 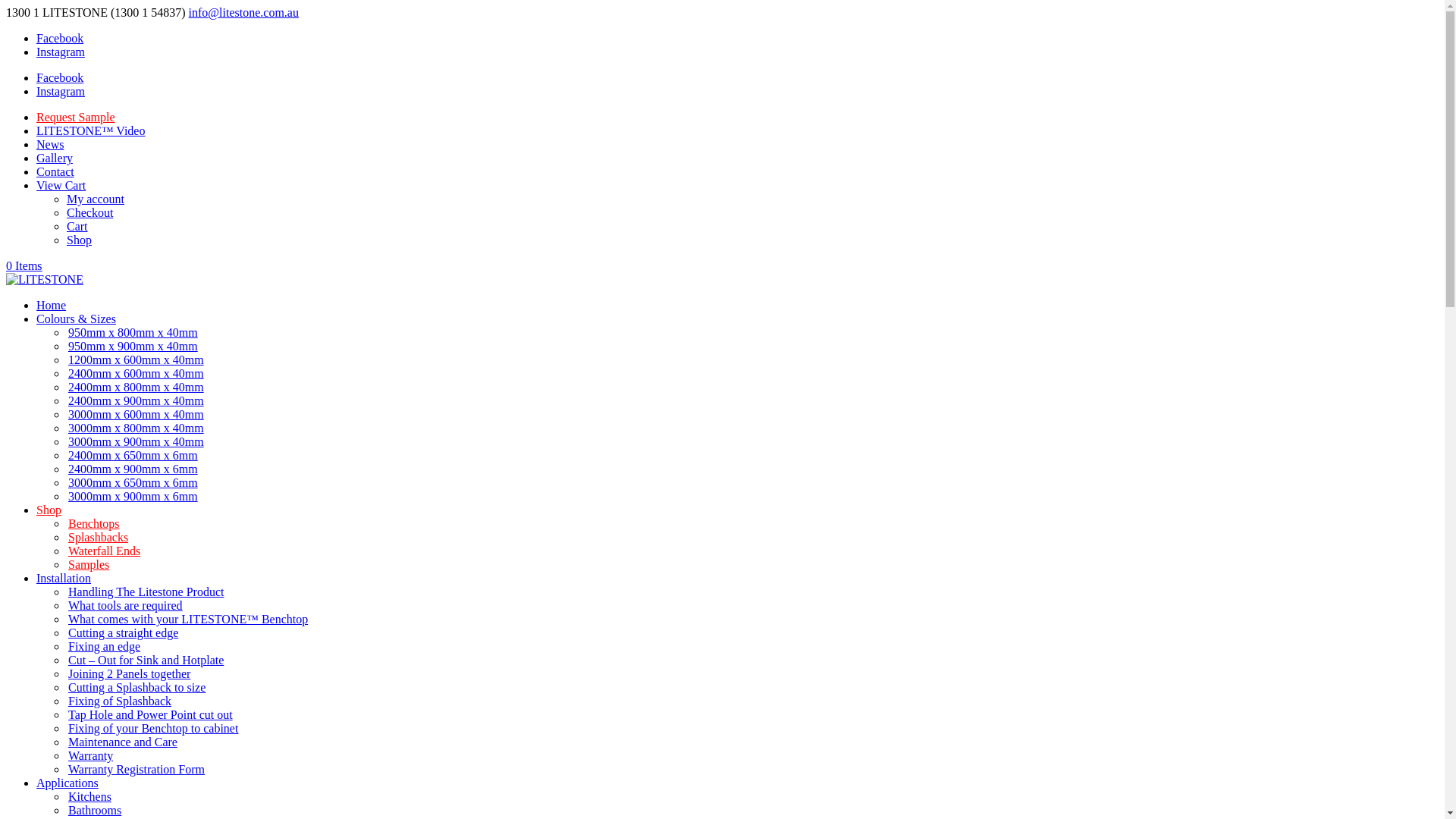 What do you see at coordinates (133, 496) in the screenshot?
I see `'3000mm x 900mm x 6mm'` at bounding box center [133, 496].